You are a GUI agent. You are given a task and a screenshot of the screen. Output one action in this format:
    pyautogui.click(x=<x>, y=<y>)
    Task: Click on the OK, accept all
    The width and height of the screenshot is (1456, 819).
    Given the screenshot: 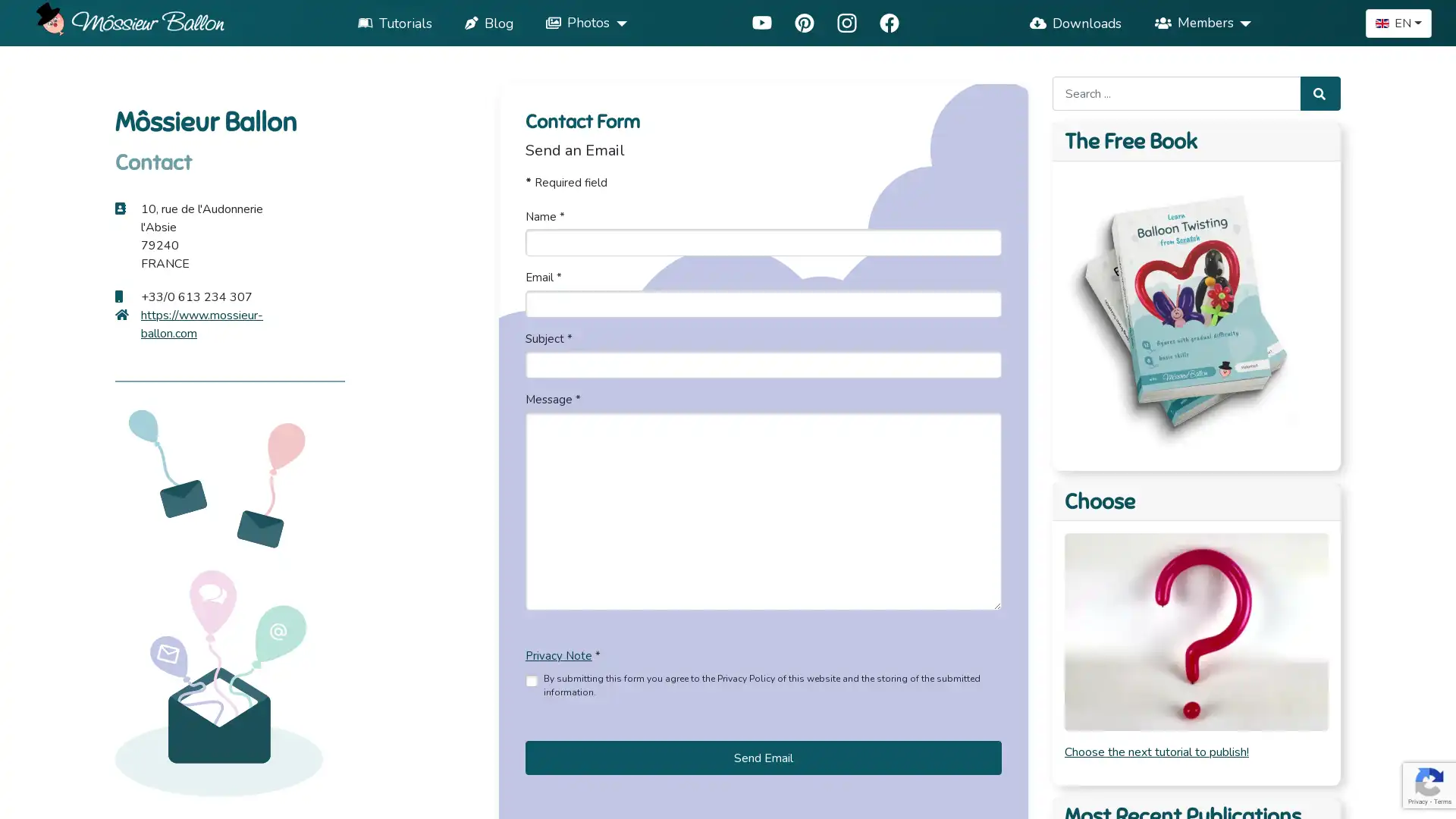 What is the action you would take?
    pyautogui.click(x=805, y=797)
    